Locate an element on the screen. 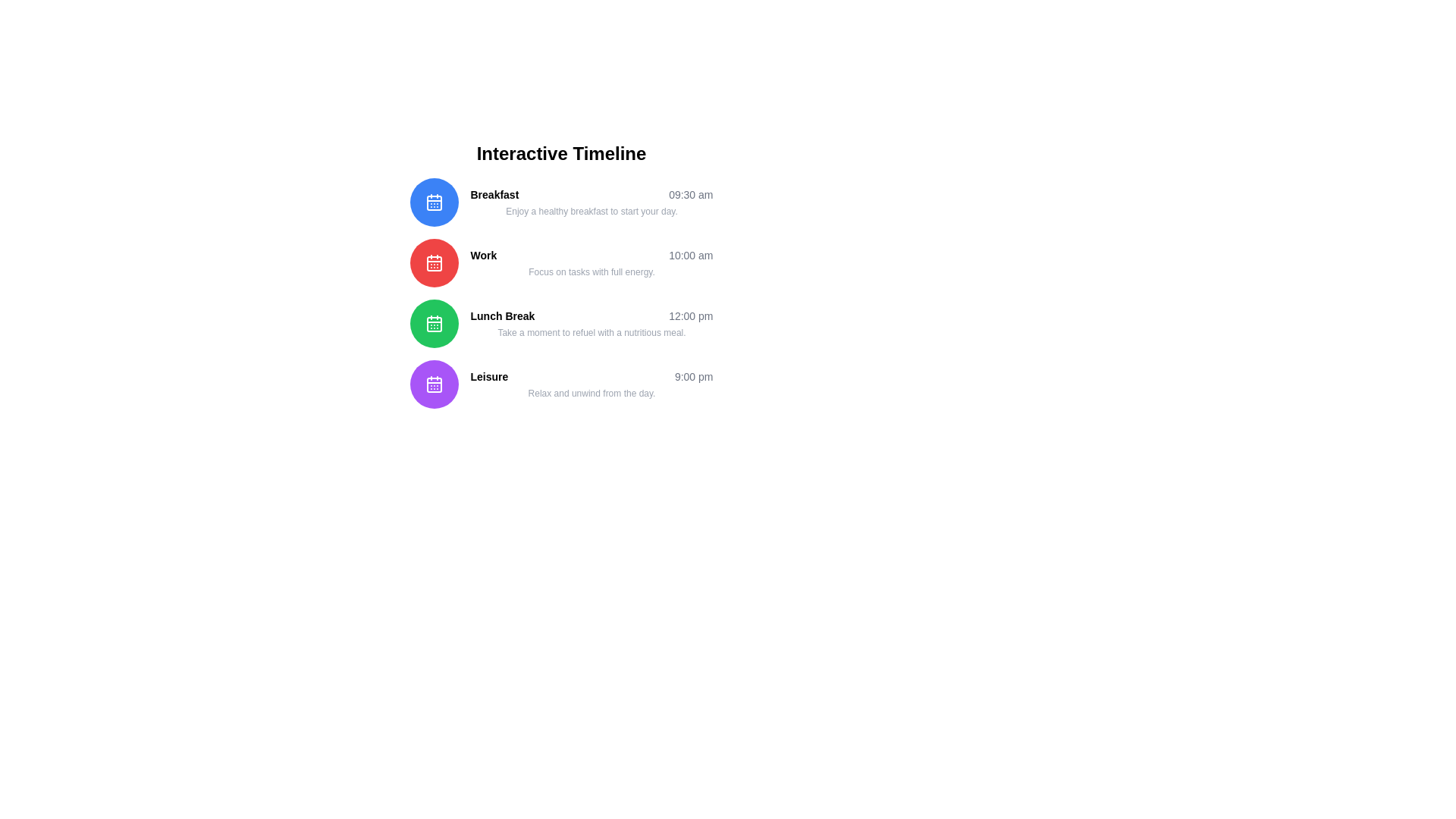 The image size is (1456, 819). the calendar icon within the green circular background, which is the third icon in a vertical sequence of four calendar icons is located at coordinates (433, 323).